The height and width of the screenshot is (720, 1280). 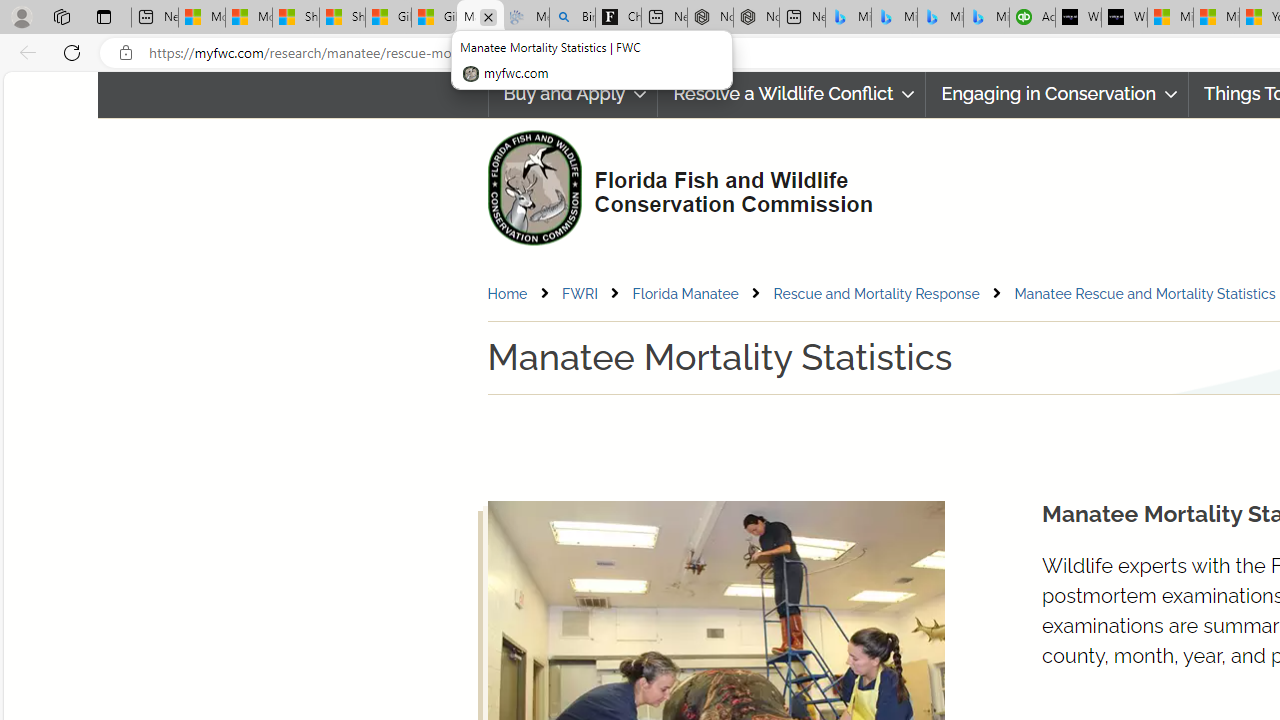 What do you see at coordinates (876, 293) in the screenshot?
I see `'Rescue and Mortality Response'` at bounding box center [876, 293].